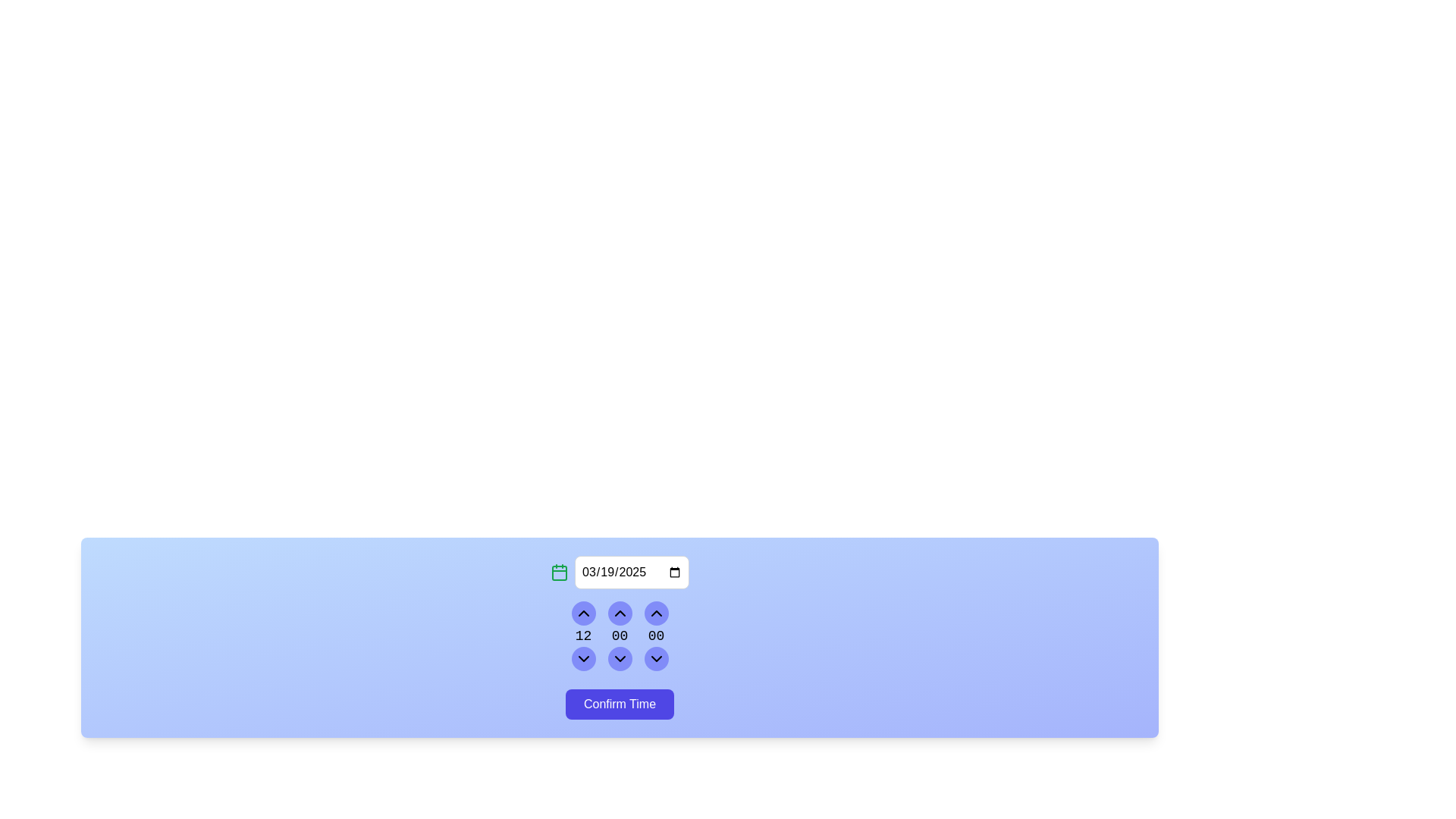 This screenshot has height=819, width=1456. Describe the element at coordinates (656, 657) in the screenshot. I see `the circular indigo button with a downward chevron icon to decrease the value, located below the text '00'` at that location.